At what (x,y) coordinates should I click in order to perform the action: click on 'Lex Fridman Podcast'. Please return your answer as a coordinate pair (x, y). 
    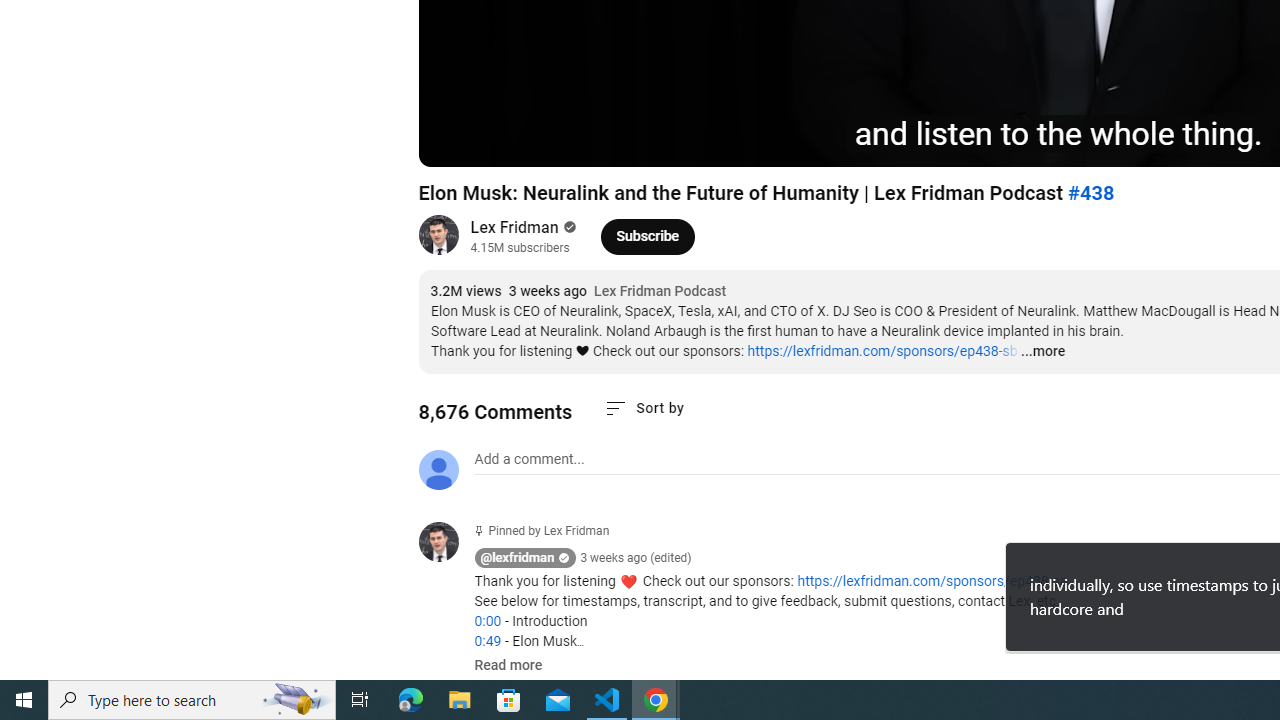
    Looking at the image, I should click on (660, 291).